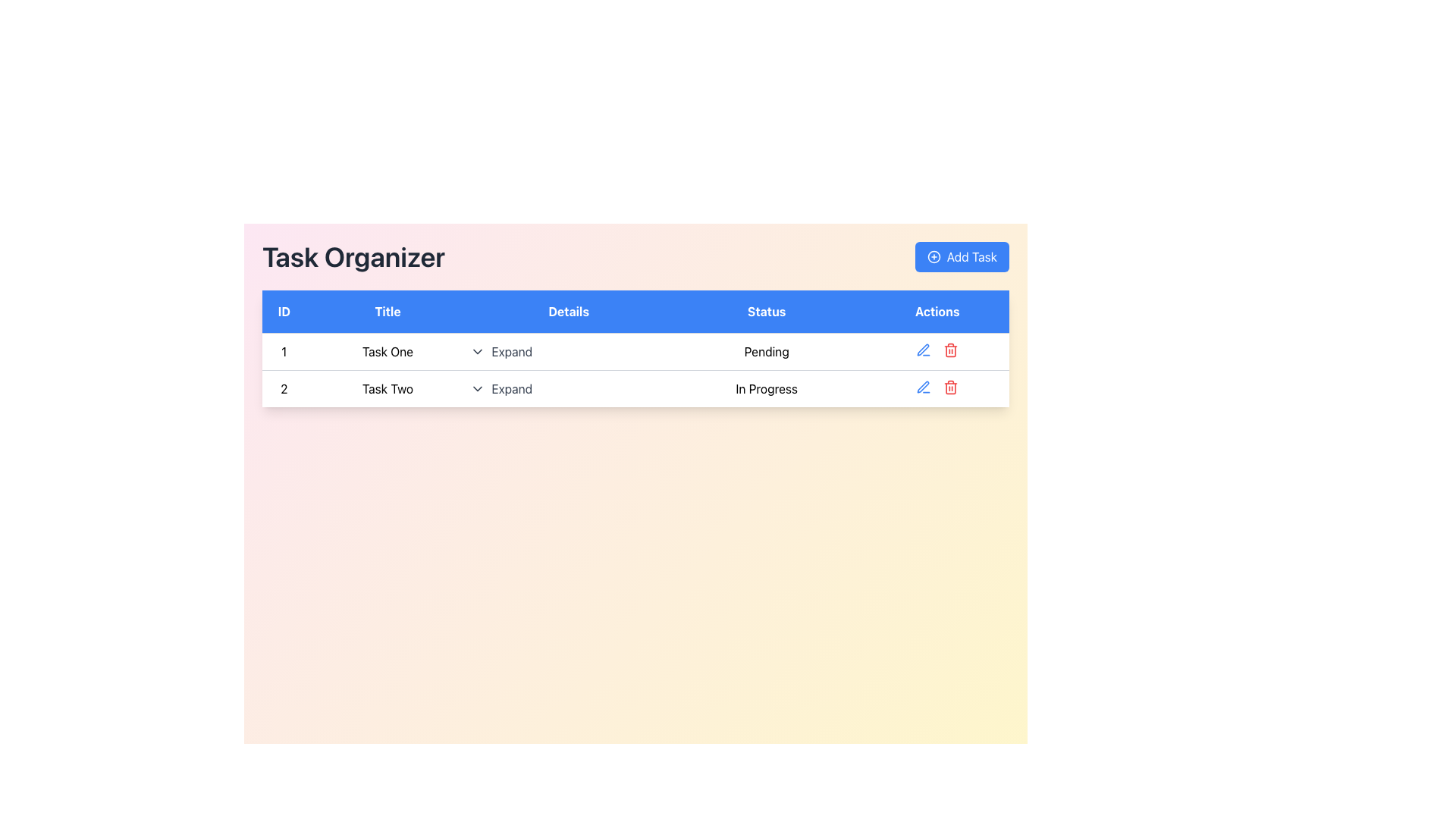 This screenshot has height=819, width=1456. Describe the element at coordinates (501, 351) in the screenshot. I see `the 'Expand' button in the 'Task Organizer' data table` at that location.